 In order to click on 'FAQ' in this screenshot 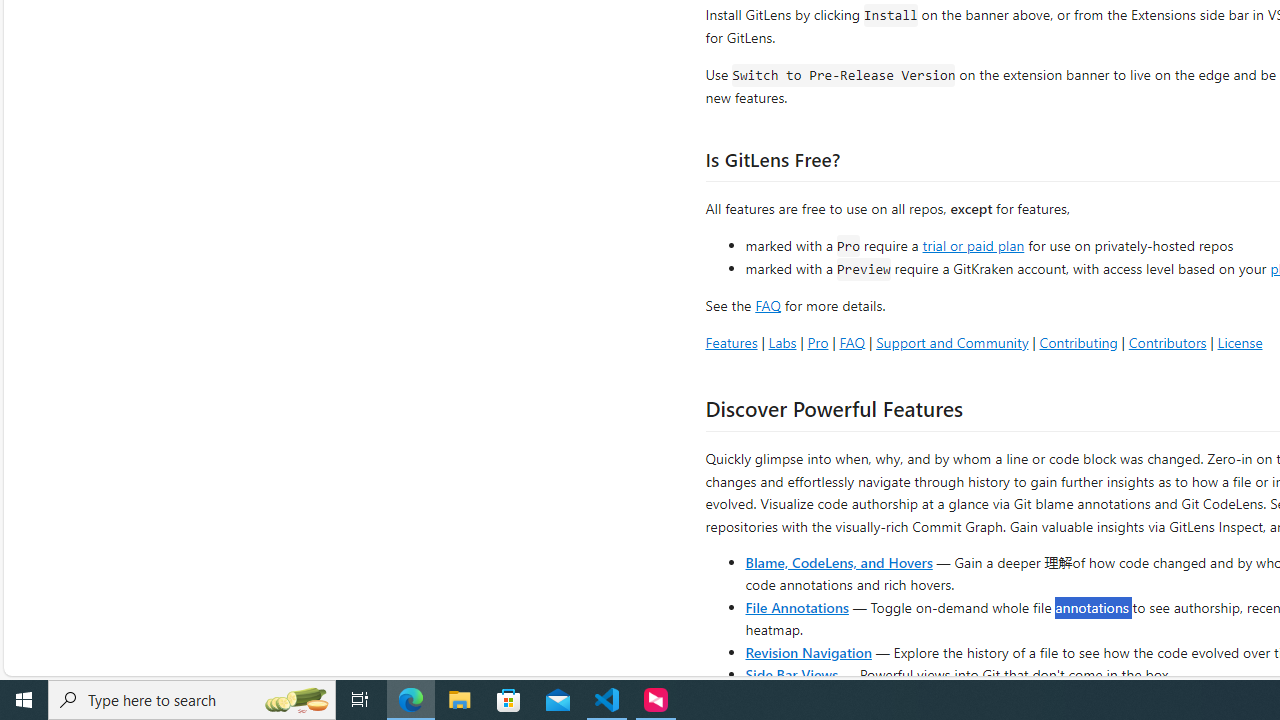, I will do `click(852, 341)`.